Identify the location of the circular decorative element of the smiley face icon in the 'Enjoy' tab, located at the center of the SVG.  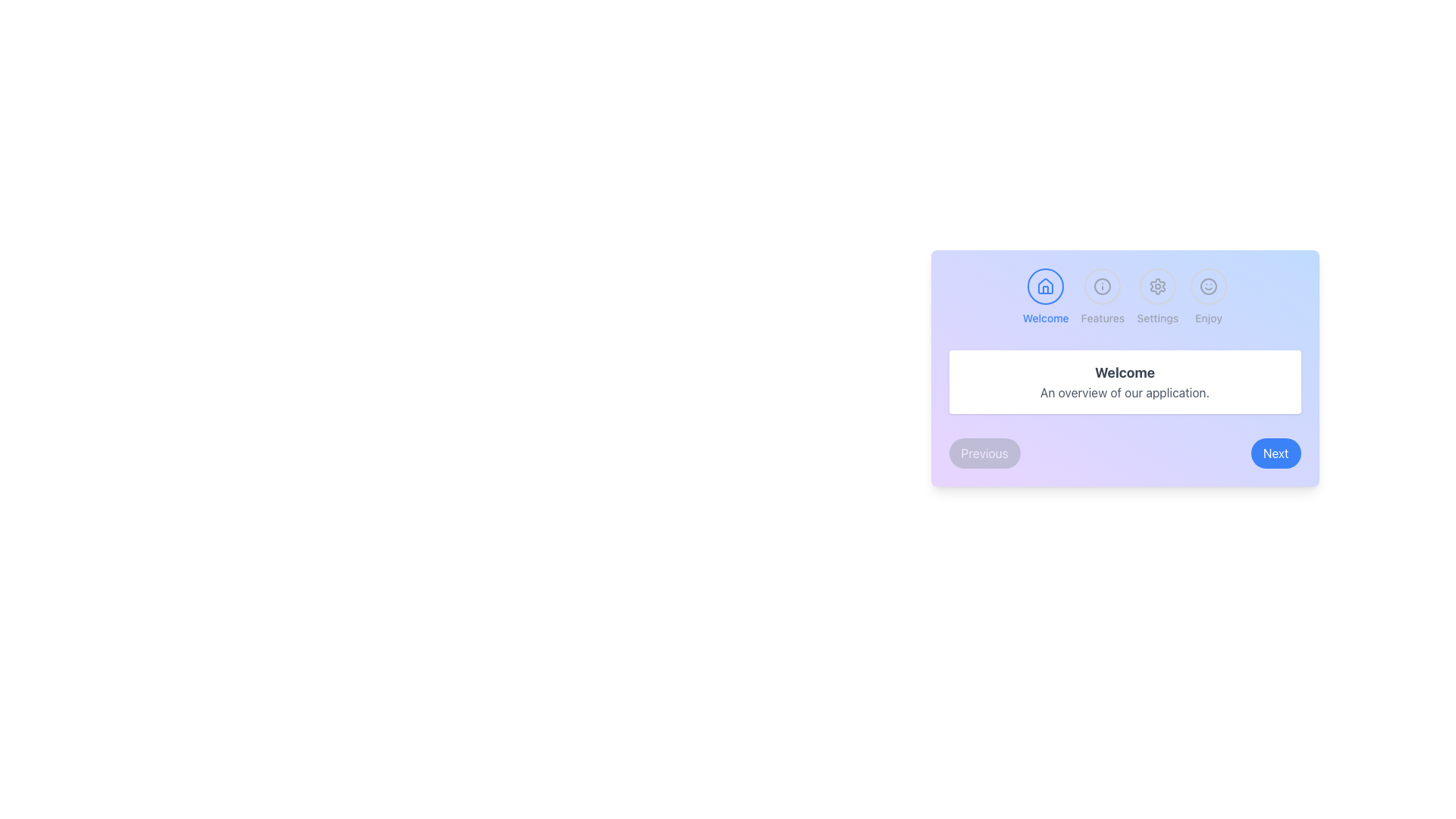
(1208, 287).